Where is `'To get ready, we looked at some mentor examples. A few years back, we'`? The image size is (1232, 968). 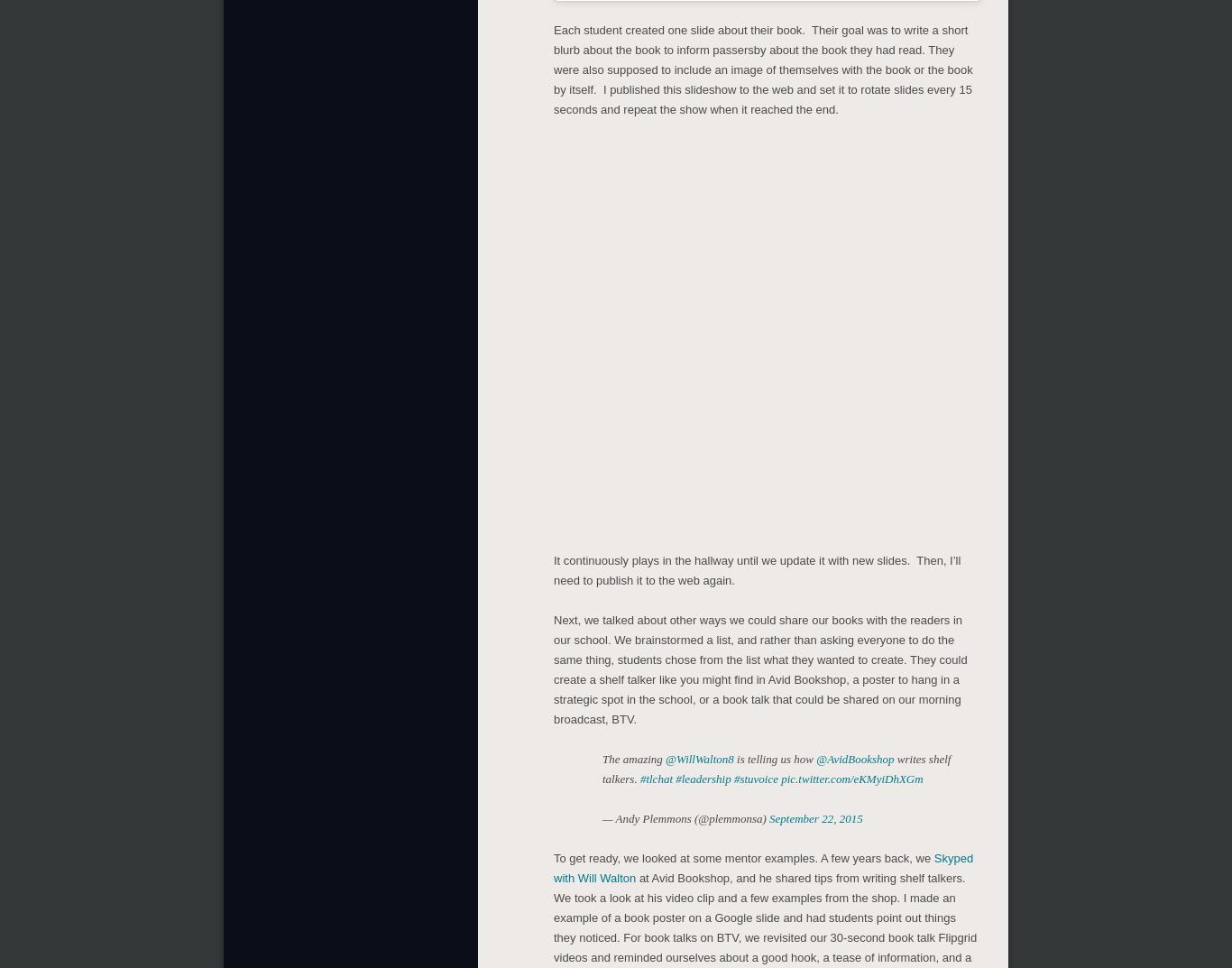
'To get ready, we looked at some mentor examples. A few years back, we' is located at coordinates (742, 858).